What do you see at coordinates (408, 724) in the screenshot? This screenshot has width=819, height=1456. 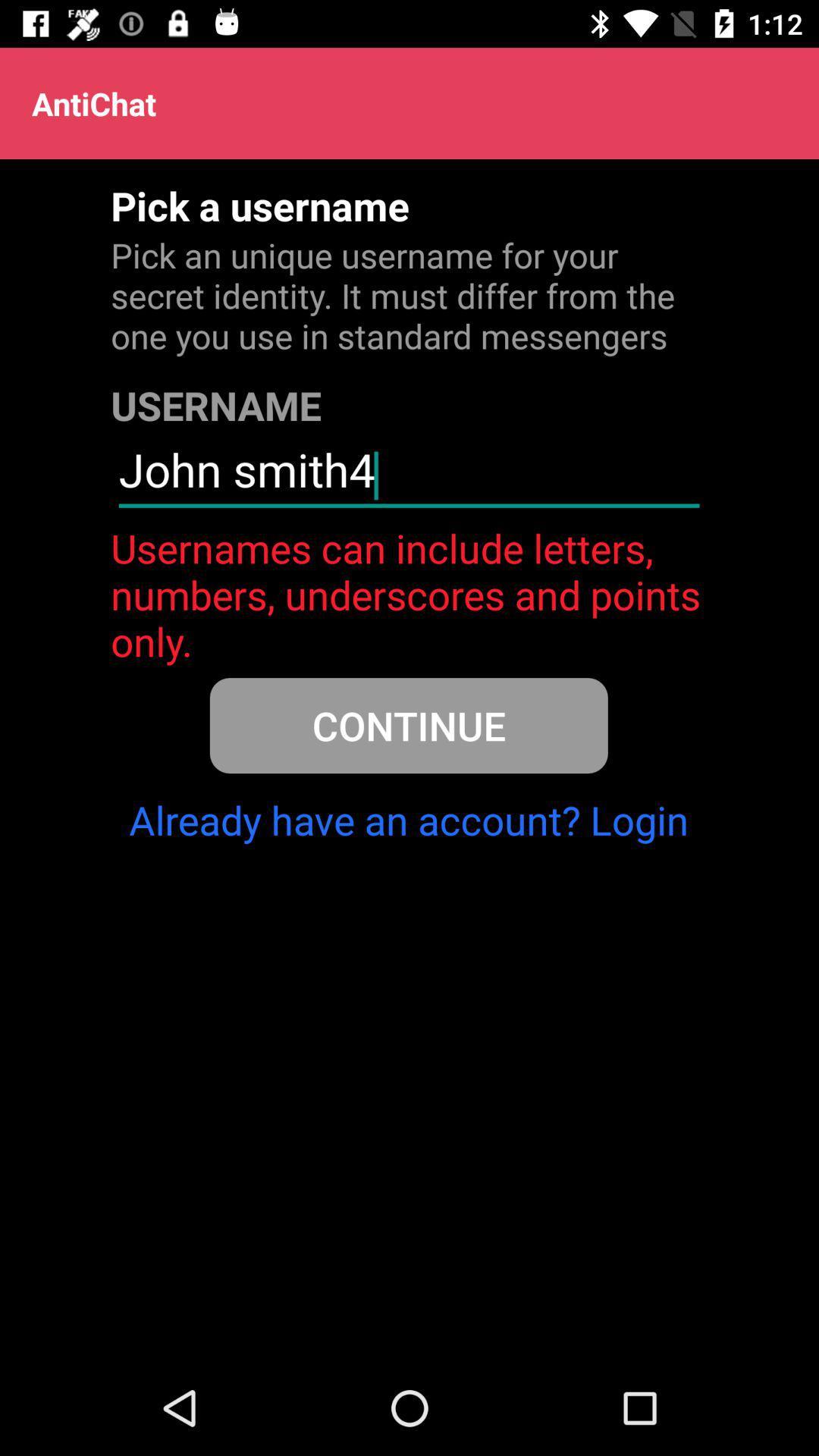 I see `the continue item` at bounding box center [408, 724].